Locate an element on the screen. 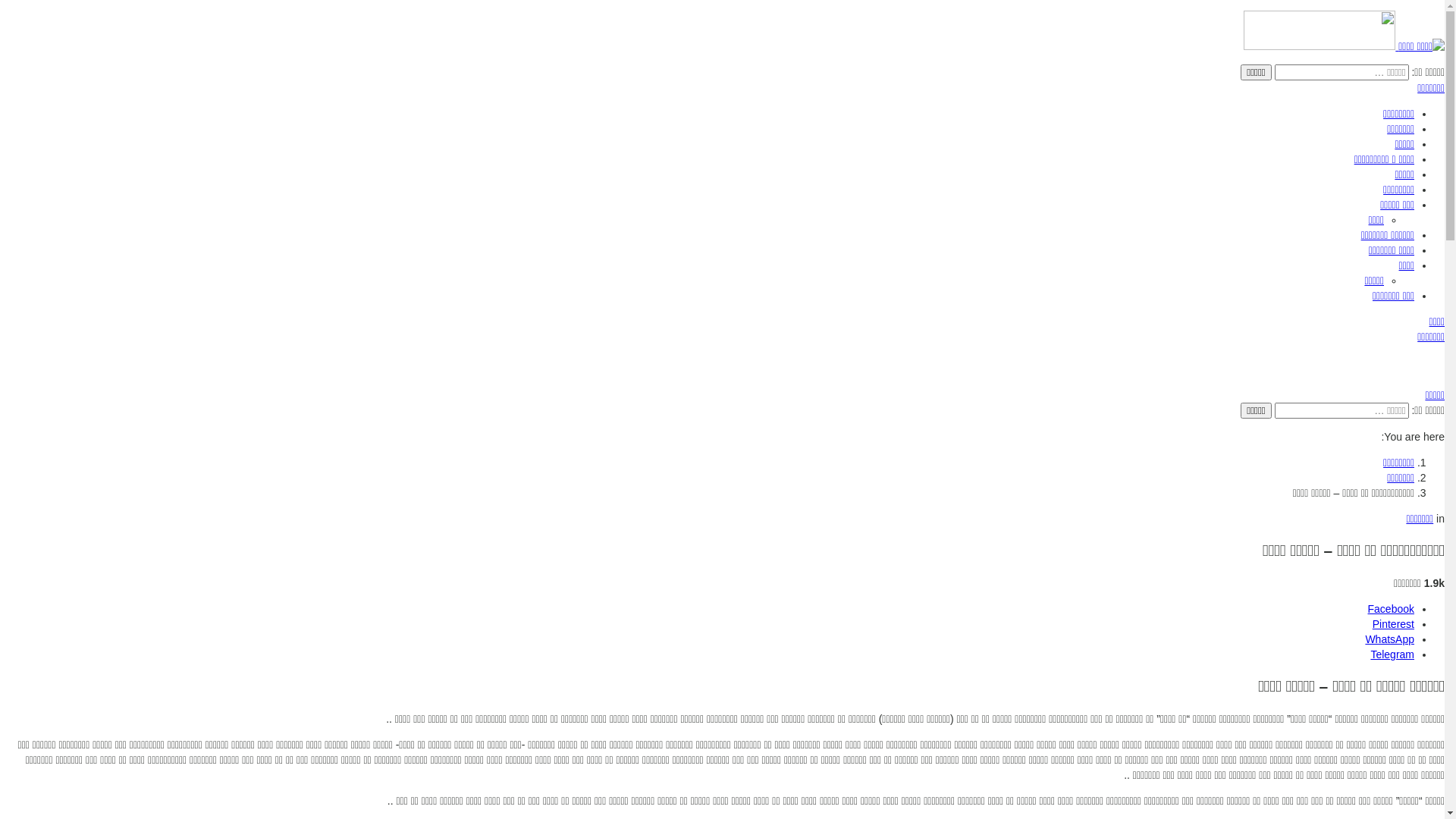 The image size is (1456, 819). 'Telegram' is located at coordinates (1392, 654).